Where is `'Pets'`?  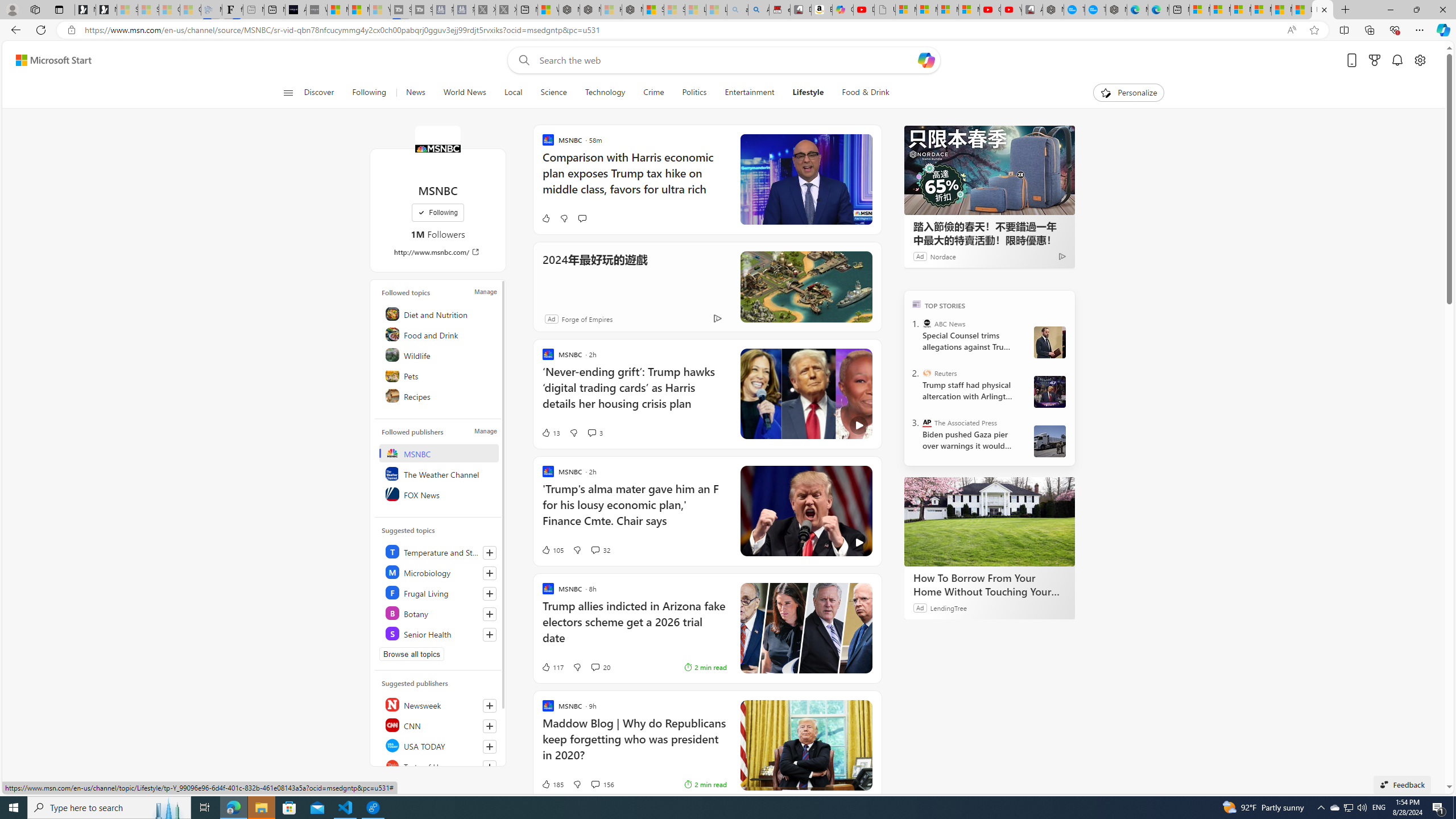
'Pets' is located at coordinates (440, 374).